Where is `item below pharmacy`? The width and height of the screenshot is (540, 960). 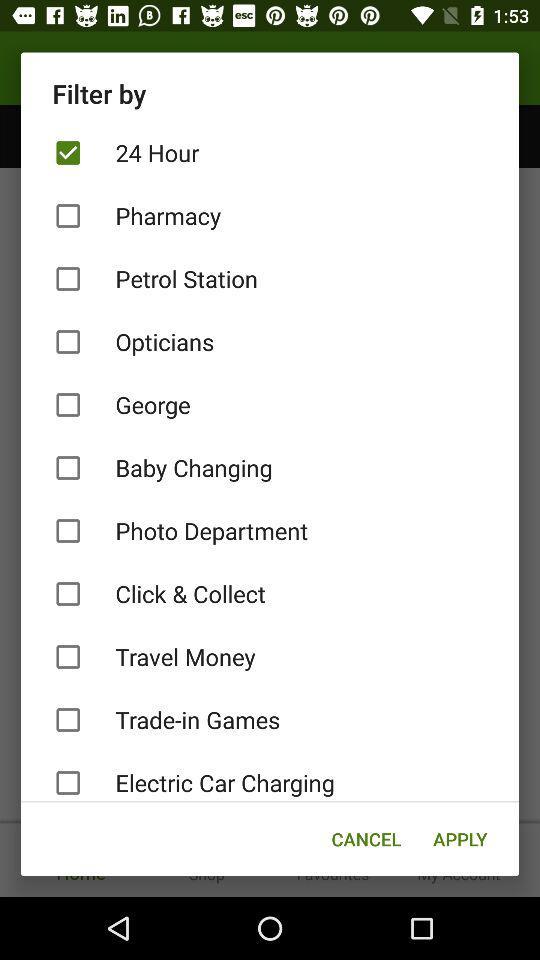
item below pharmacy is located at coordinates (270, 277).